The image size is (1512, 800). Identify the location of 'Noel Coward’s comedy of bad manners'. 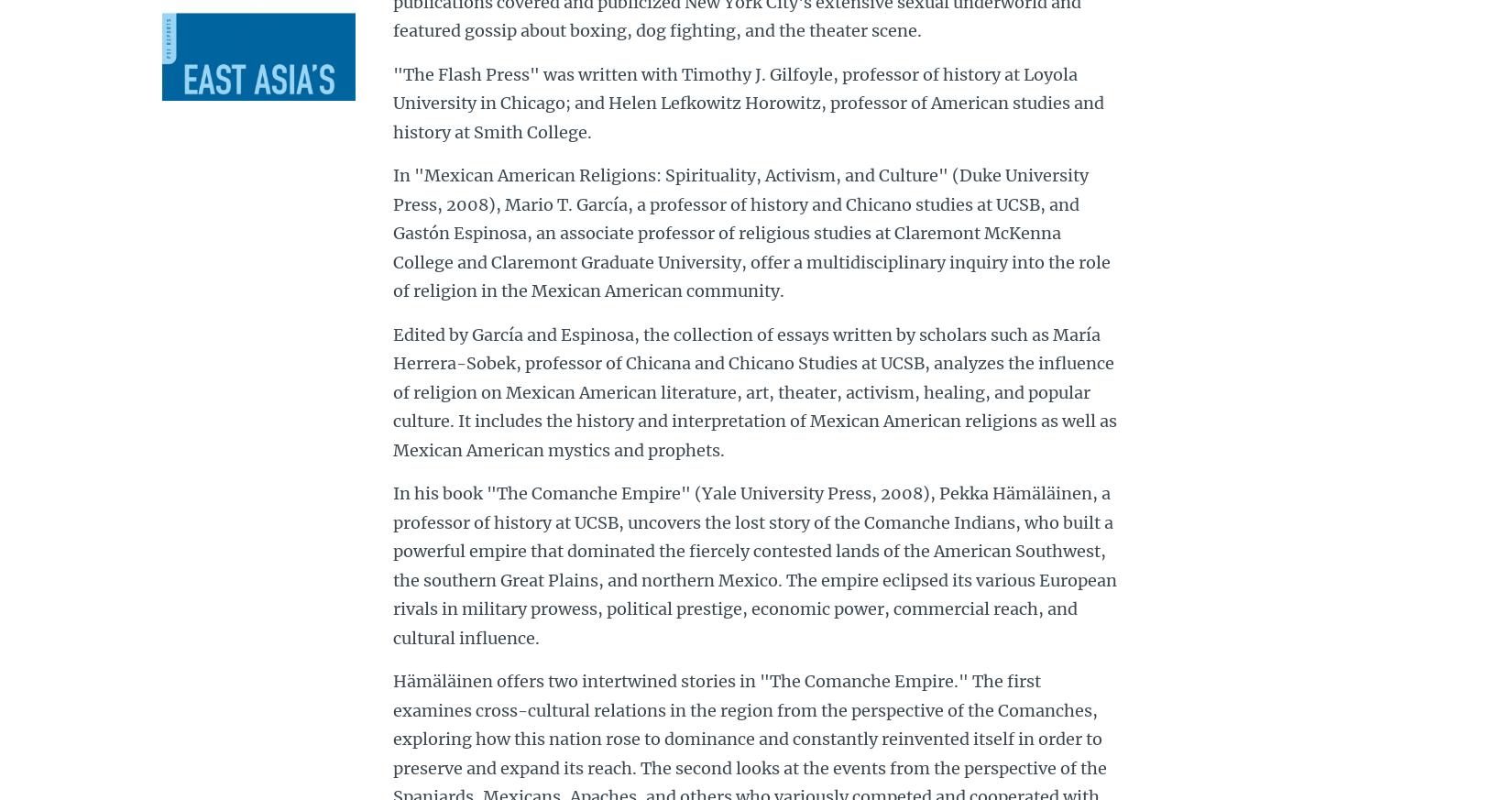
(264, 568).